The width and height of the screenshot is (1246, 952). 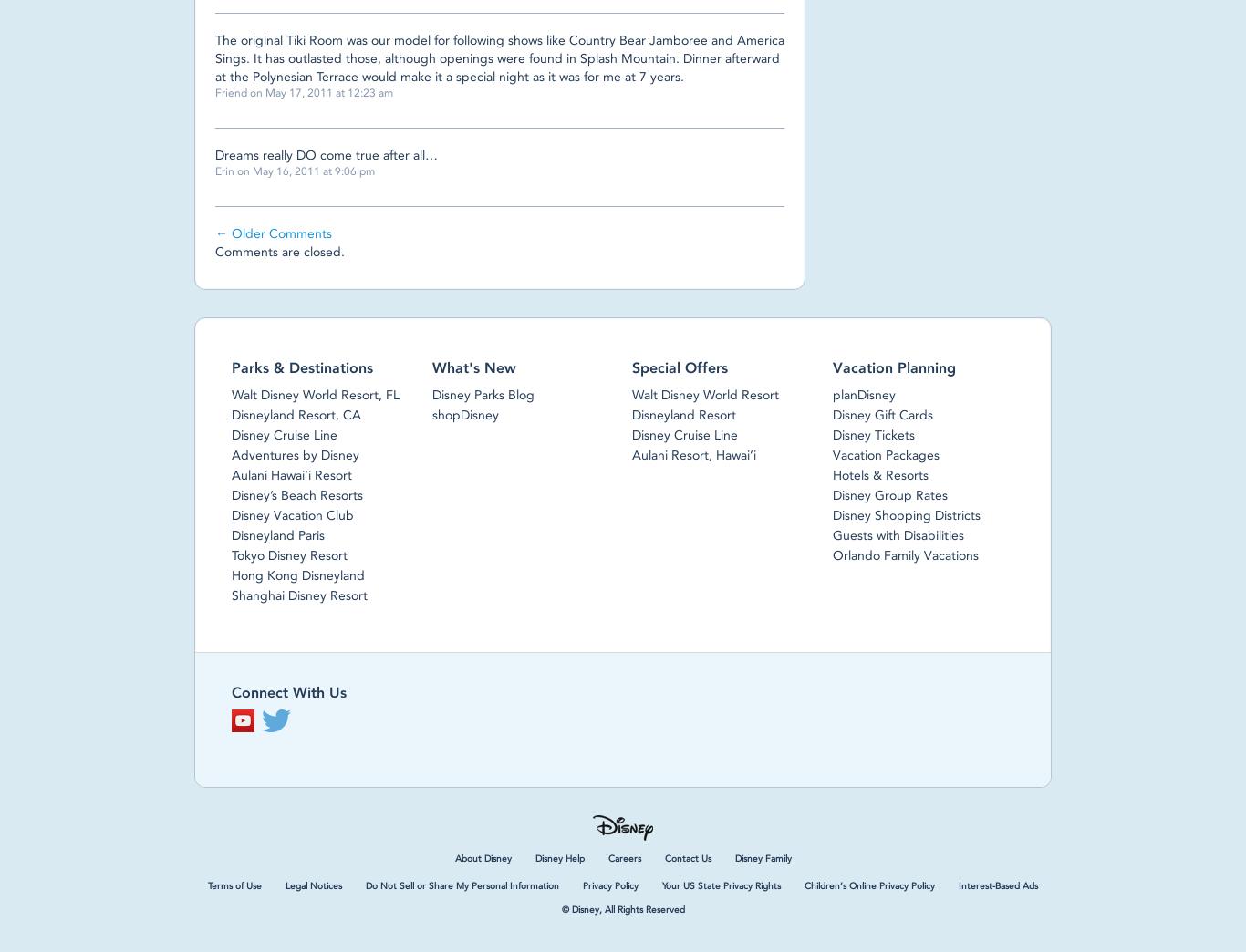 What do you see at coordinates (831, 393) in the screenshot?
I see `'planDisney'` at bounding box center [831, 393].